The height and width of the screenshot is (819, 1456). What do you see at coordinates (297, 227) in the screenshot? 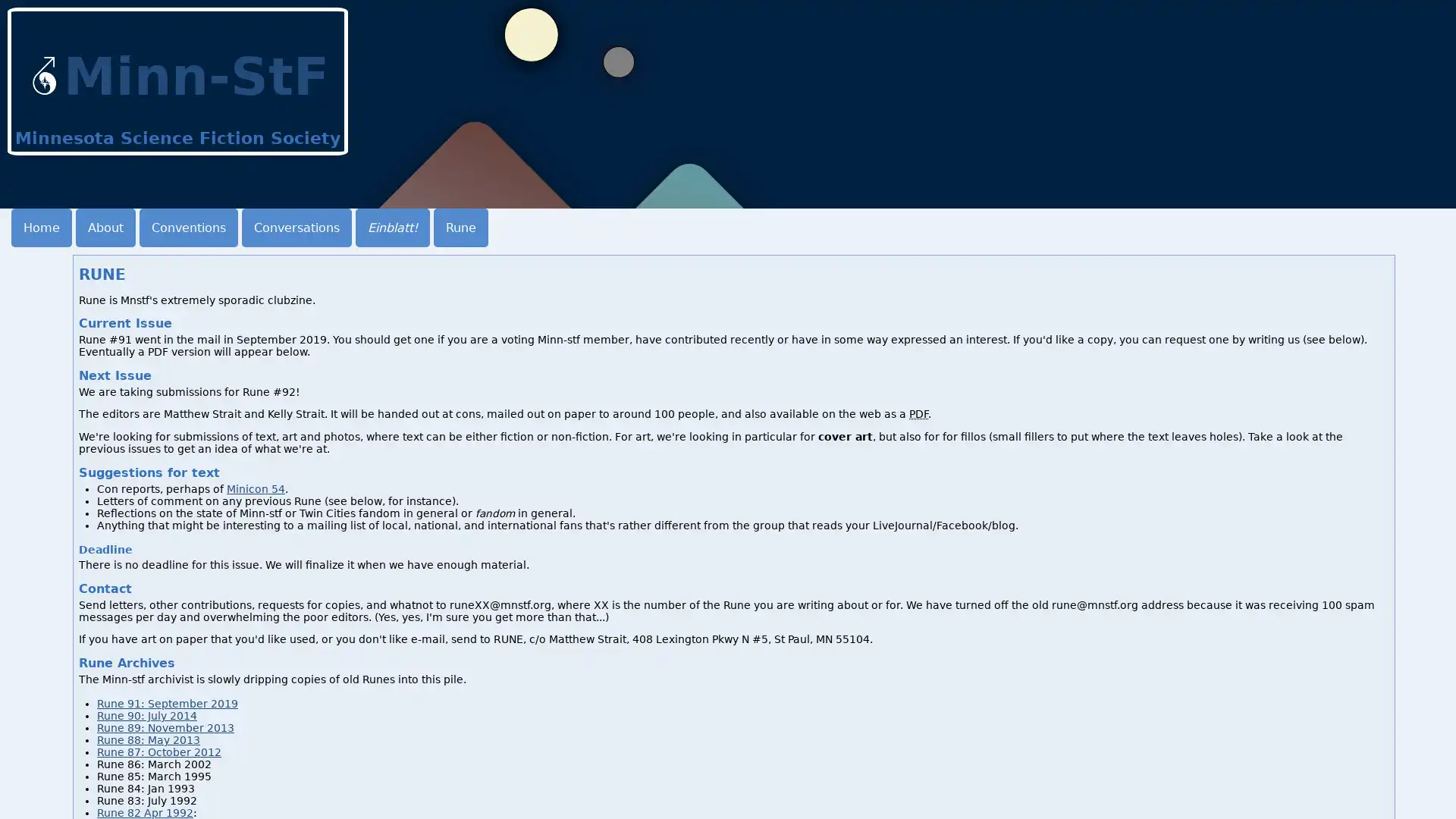
I see `Conversations` at bounding box center [297, 227].